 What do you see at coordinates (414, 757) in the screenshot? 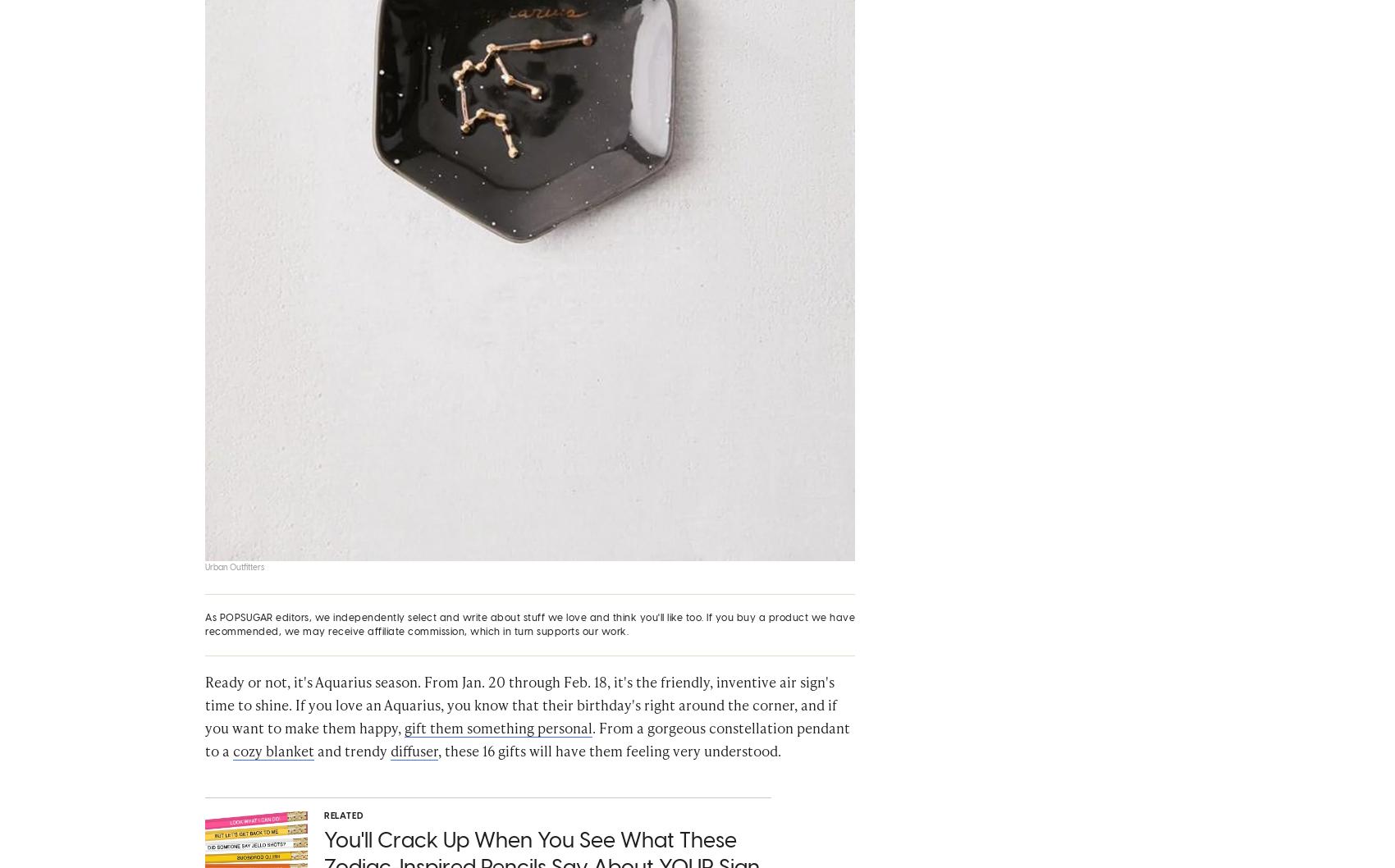
I see `'diffuser'` at bounding box center [414, 757].